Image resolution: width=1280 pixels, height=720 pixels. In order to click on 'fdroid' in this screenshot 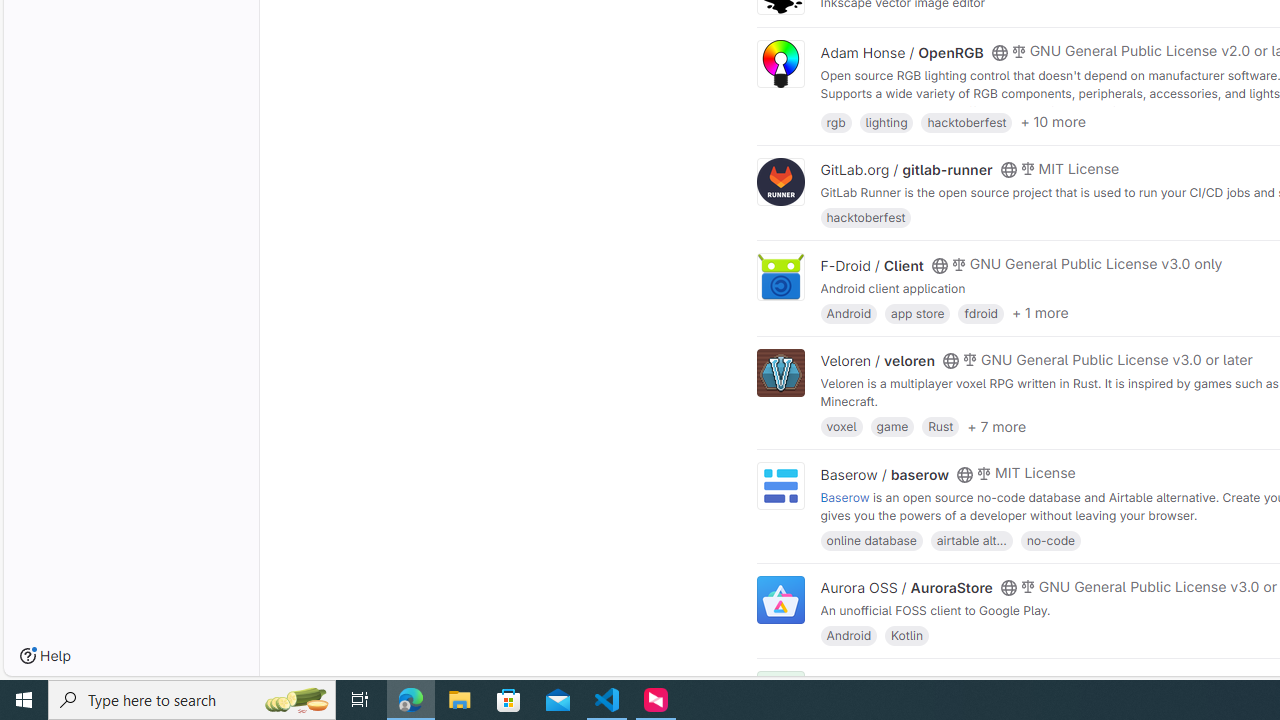, I will do `click(981, 312)`.